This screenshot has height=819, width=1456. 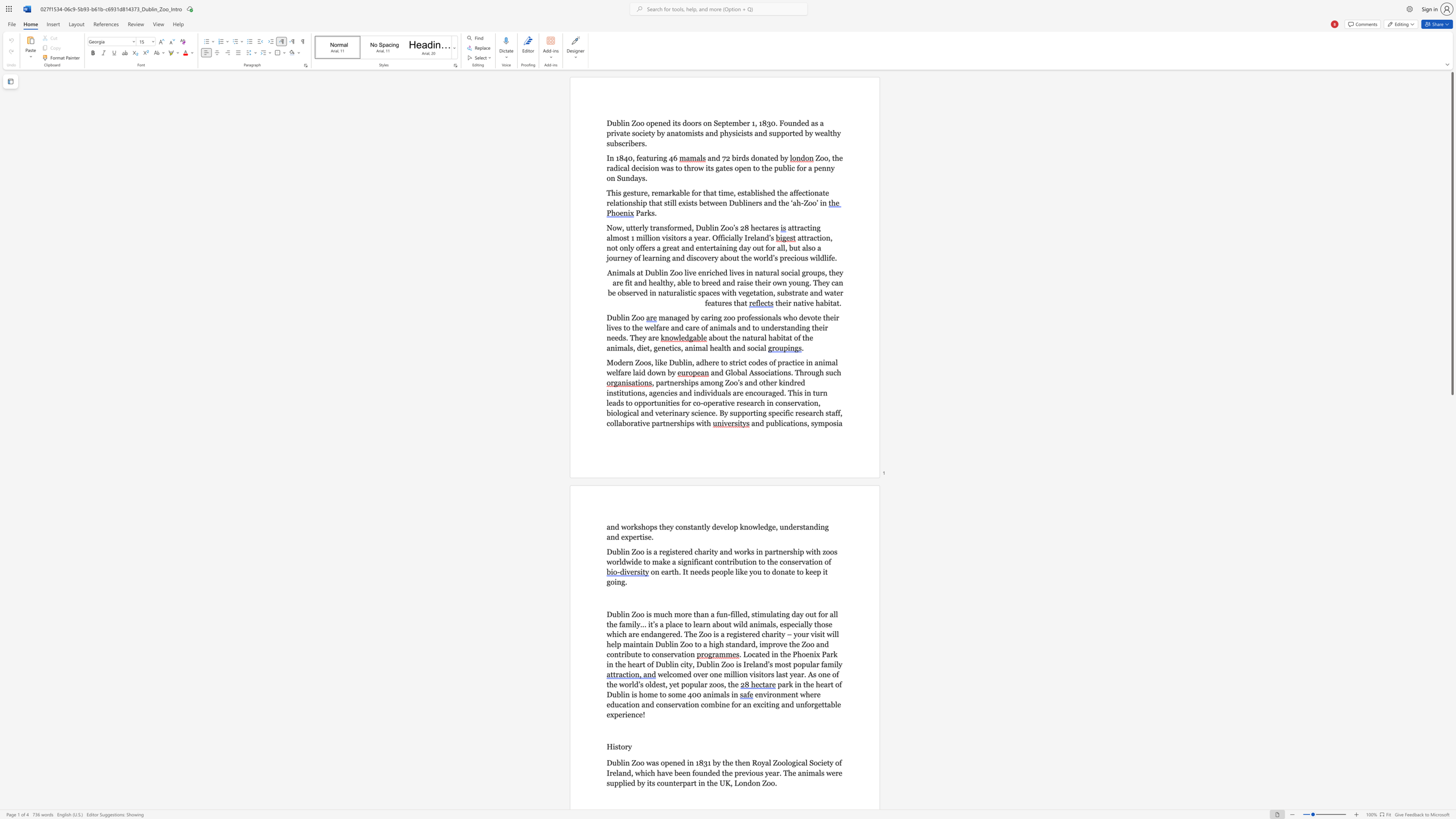 I want to click on the 2th character "s" in the text, so click(x=669, y=237).